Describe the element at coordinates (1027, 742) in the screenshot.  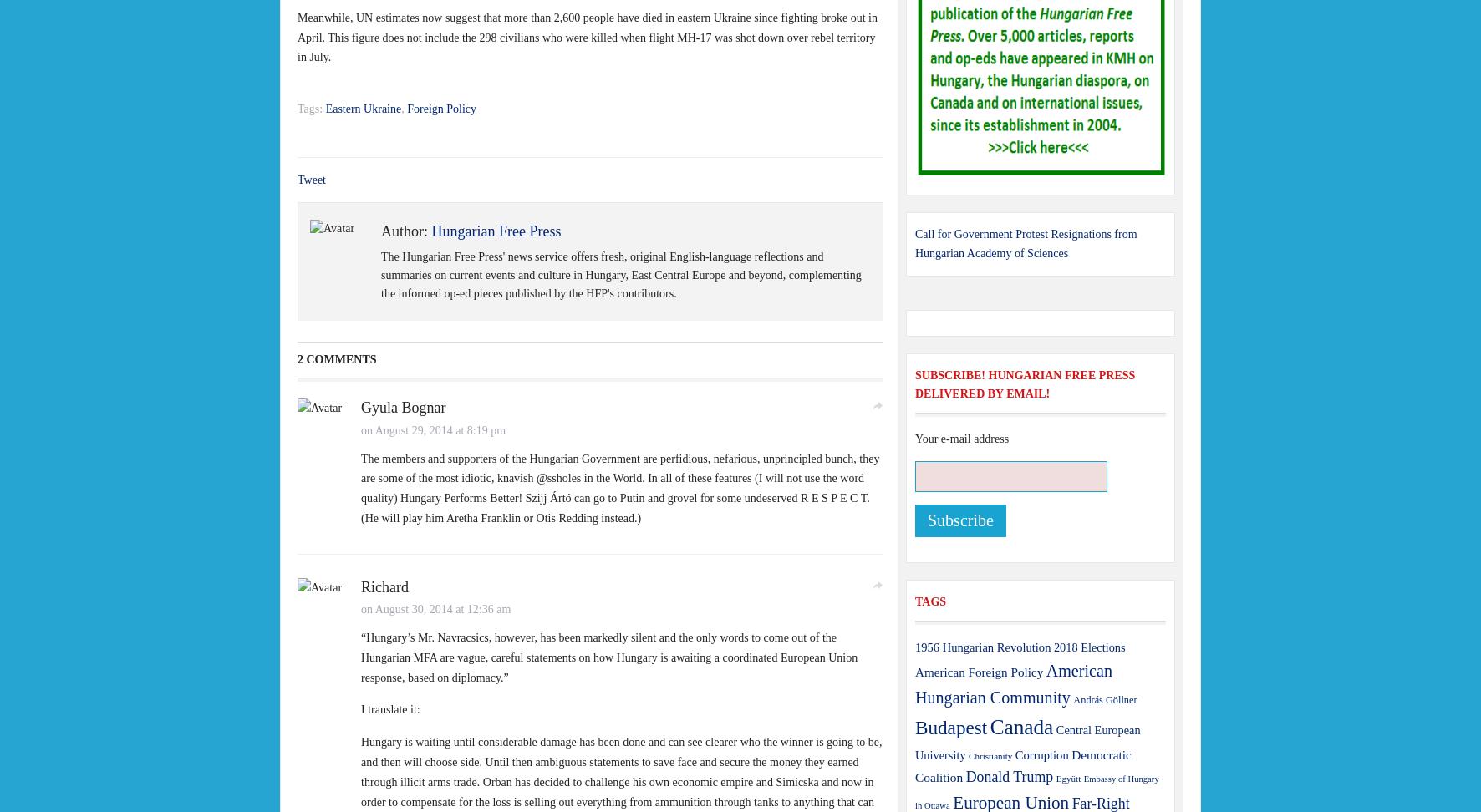
I see `'Central European University'` at that location.